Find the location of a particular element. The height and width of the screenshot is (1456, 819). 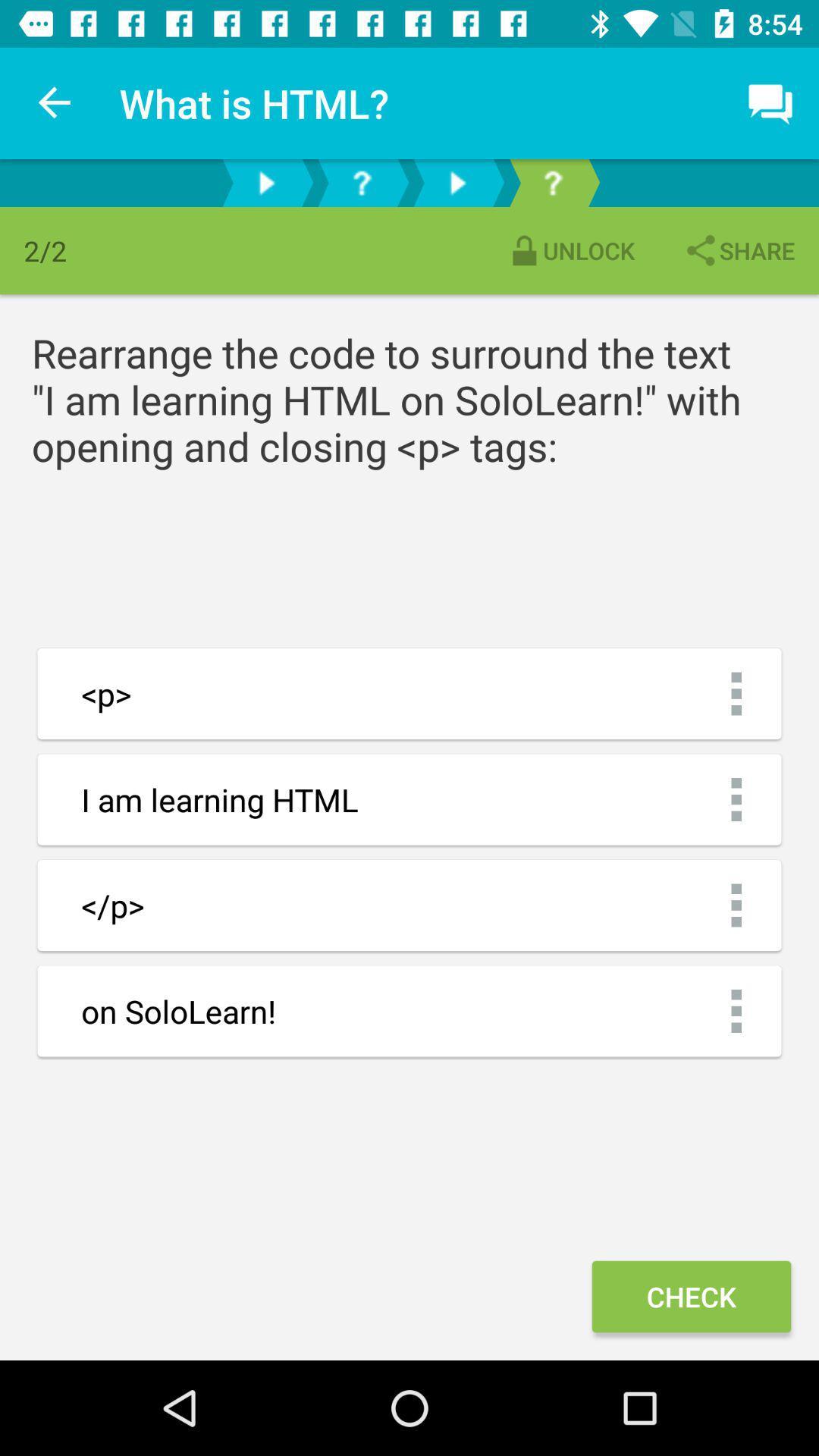

the second next arrow button to the right of  symbol is located at coordinates (456, 182).